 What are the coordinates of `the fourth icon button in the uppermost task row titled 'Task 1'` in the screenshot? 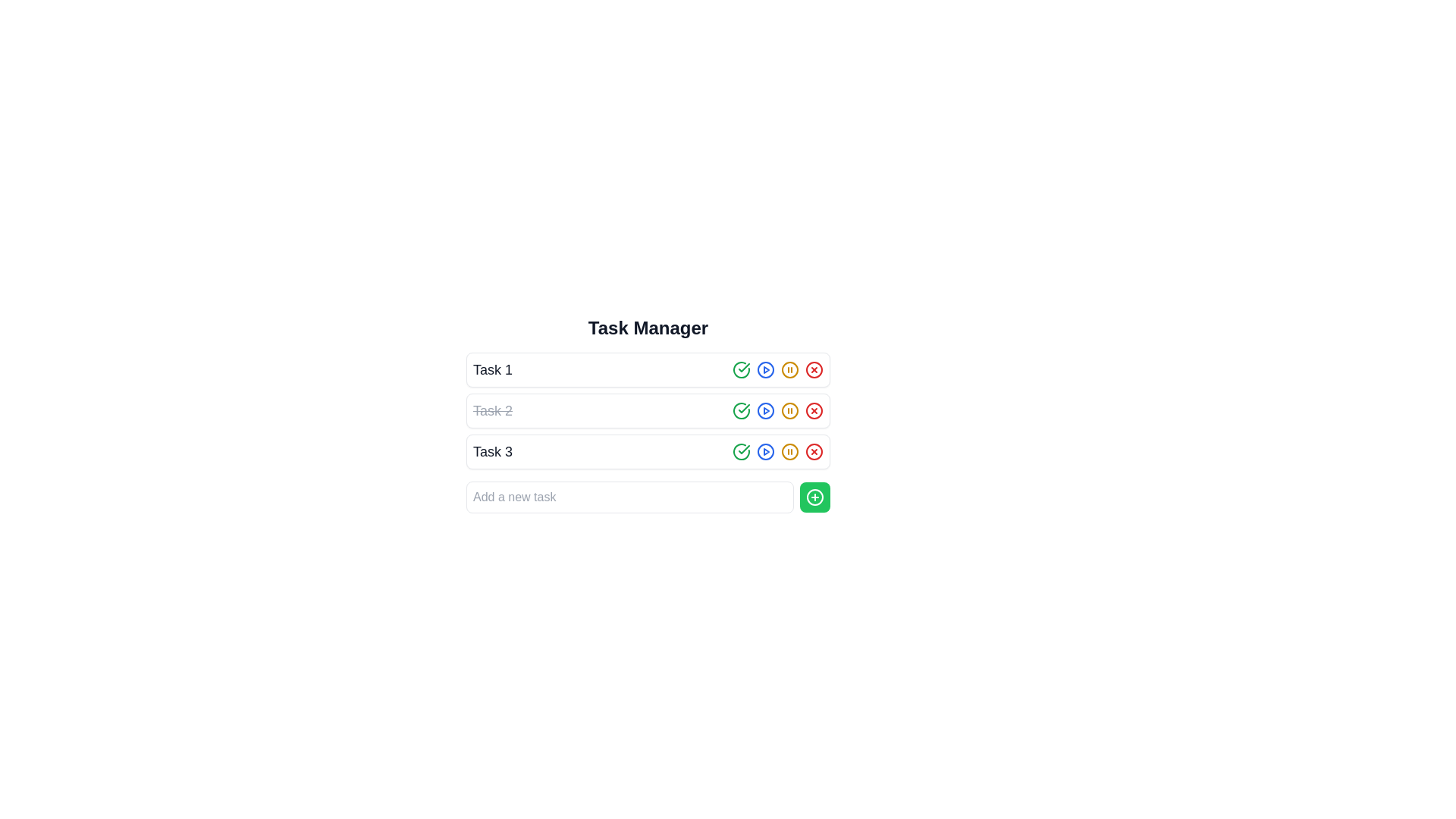 It's located at (778, 370).